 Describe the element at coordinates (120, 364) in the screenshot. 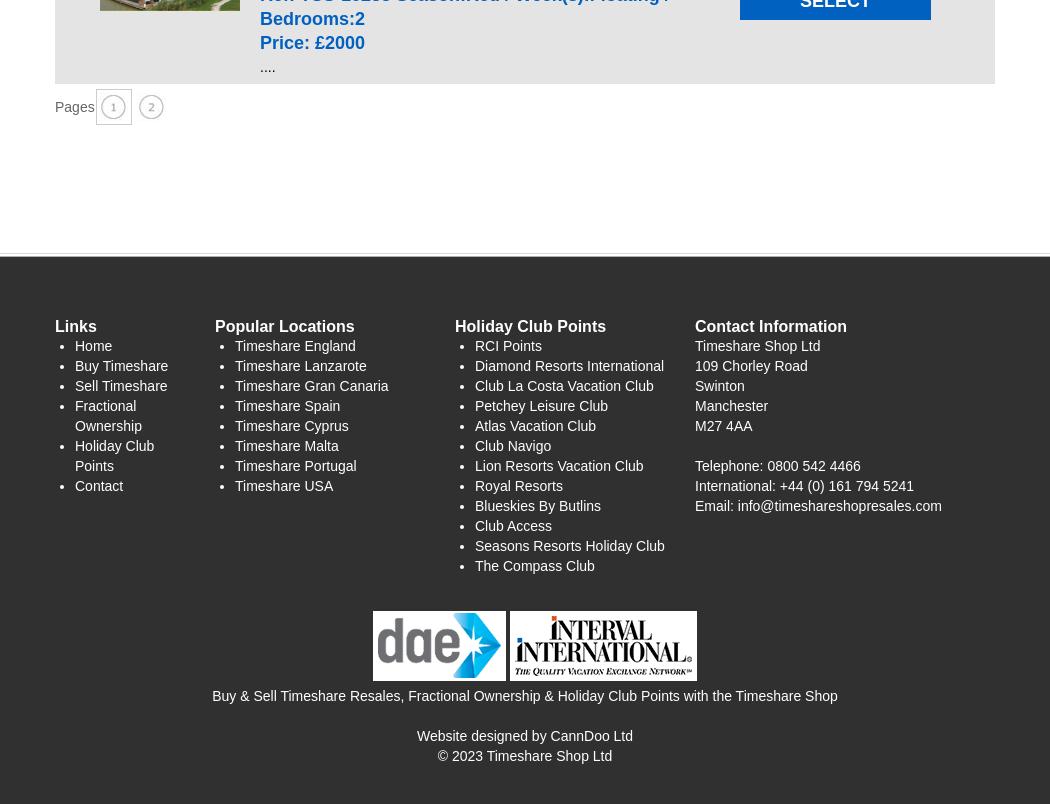

I see `'Buy Timeshare'` at that location.